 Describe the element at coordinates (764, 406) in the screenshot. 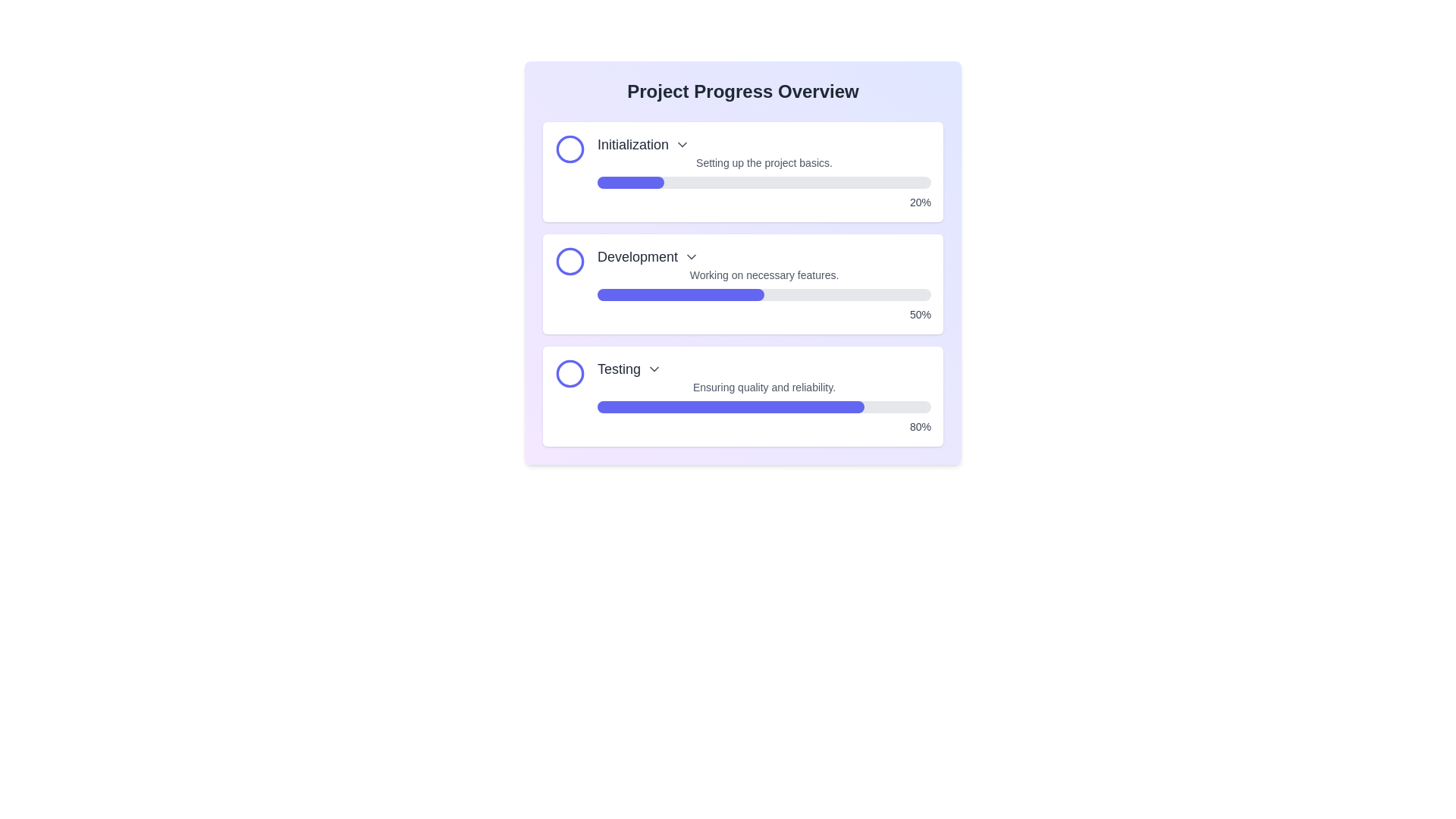

I see `the progress bar located below the text 'Ensuring quality and reliability.' in the 'Testing' section, which indicates an 80% completion level` at that location.